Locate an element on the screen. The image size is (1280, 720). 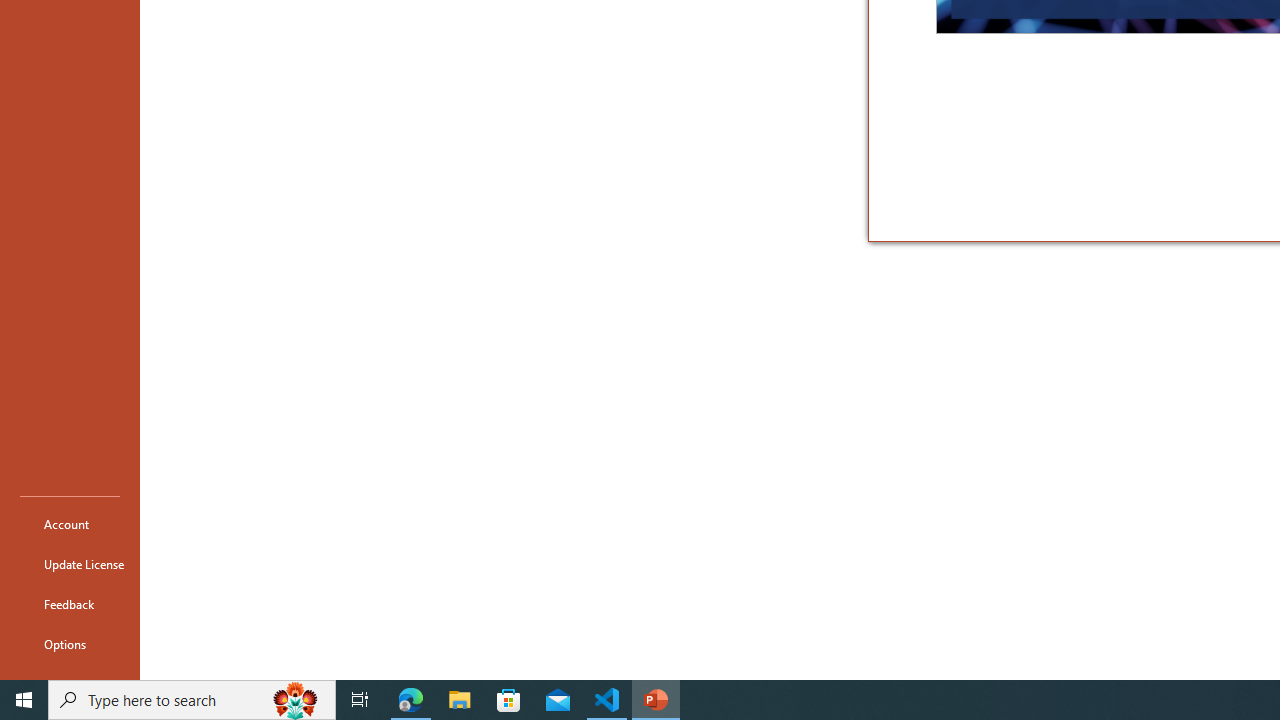
'Feedback' is located at coordinates (69, 603).